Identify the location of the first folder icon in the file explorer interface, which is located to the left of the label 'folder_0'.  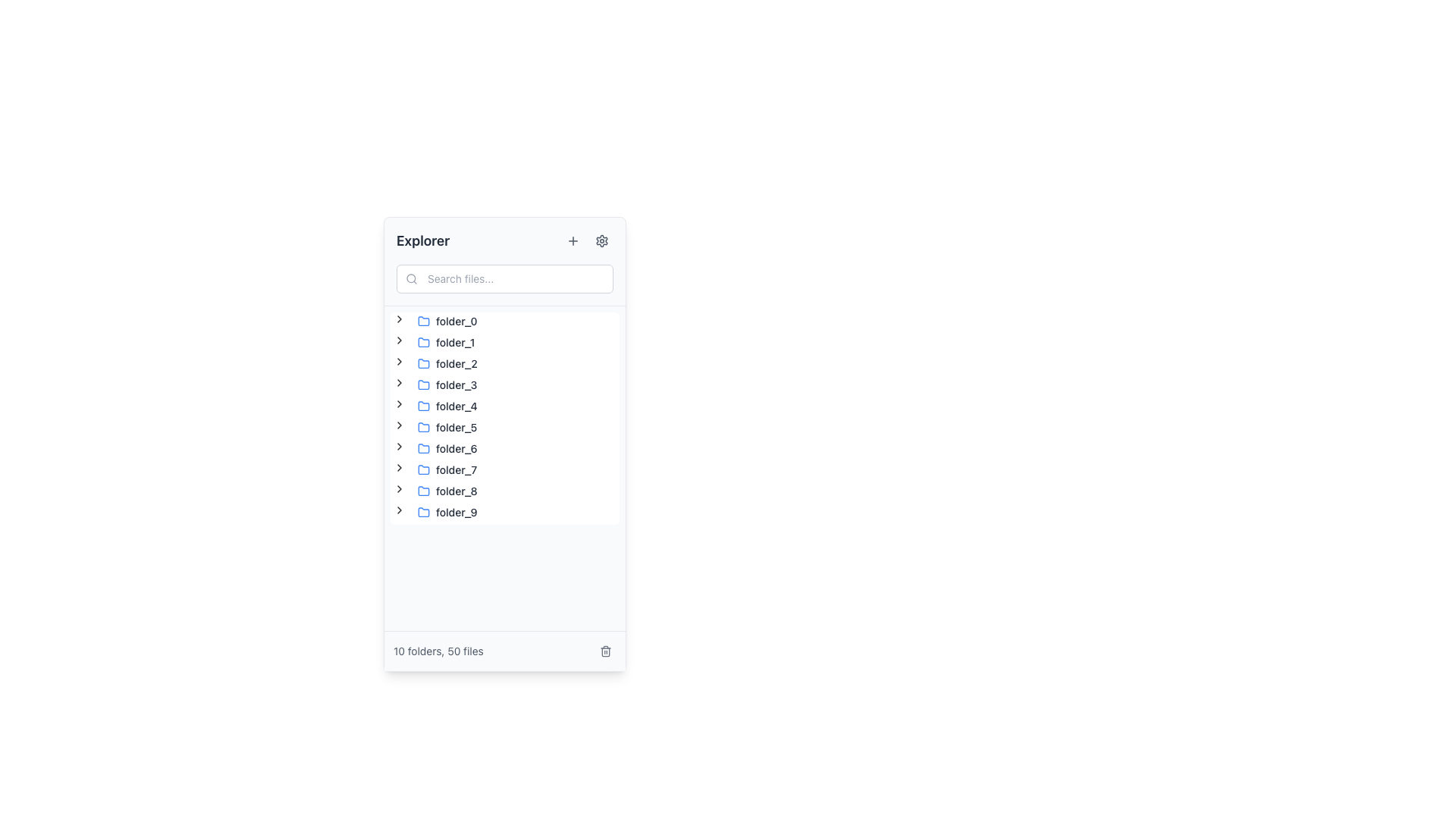
(423, 321).